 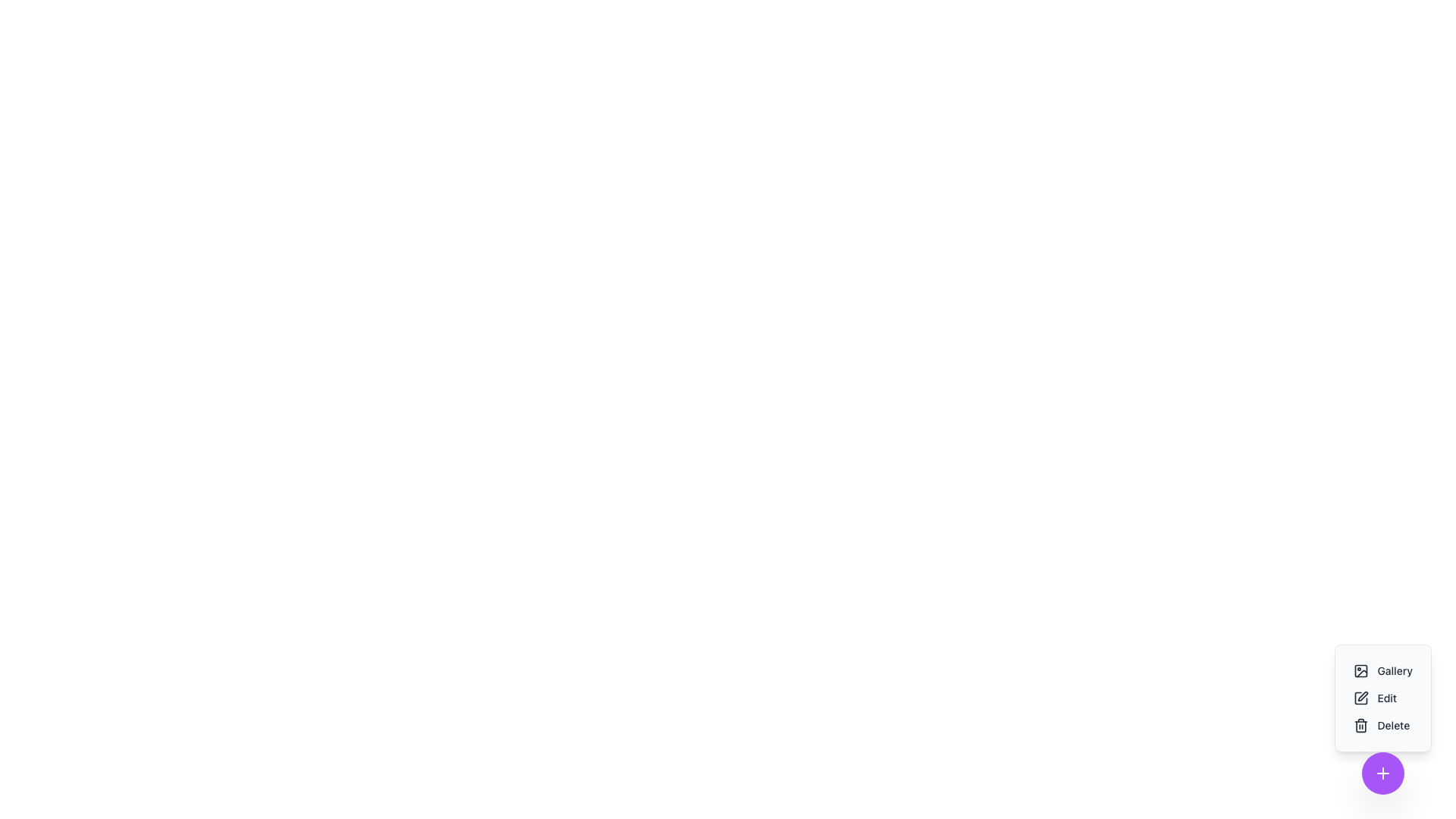 What do you see at coordinates (1382, 773) in the screenshot?
I see `the SVG icon representing a plus symbol located within a circular button at the bottom right corner of the interface` at bounding box center [1382, 773].